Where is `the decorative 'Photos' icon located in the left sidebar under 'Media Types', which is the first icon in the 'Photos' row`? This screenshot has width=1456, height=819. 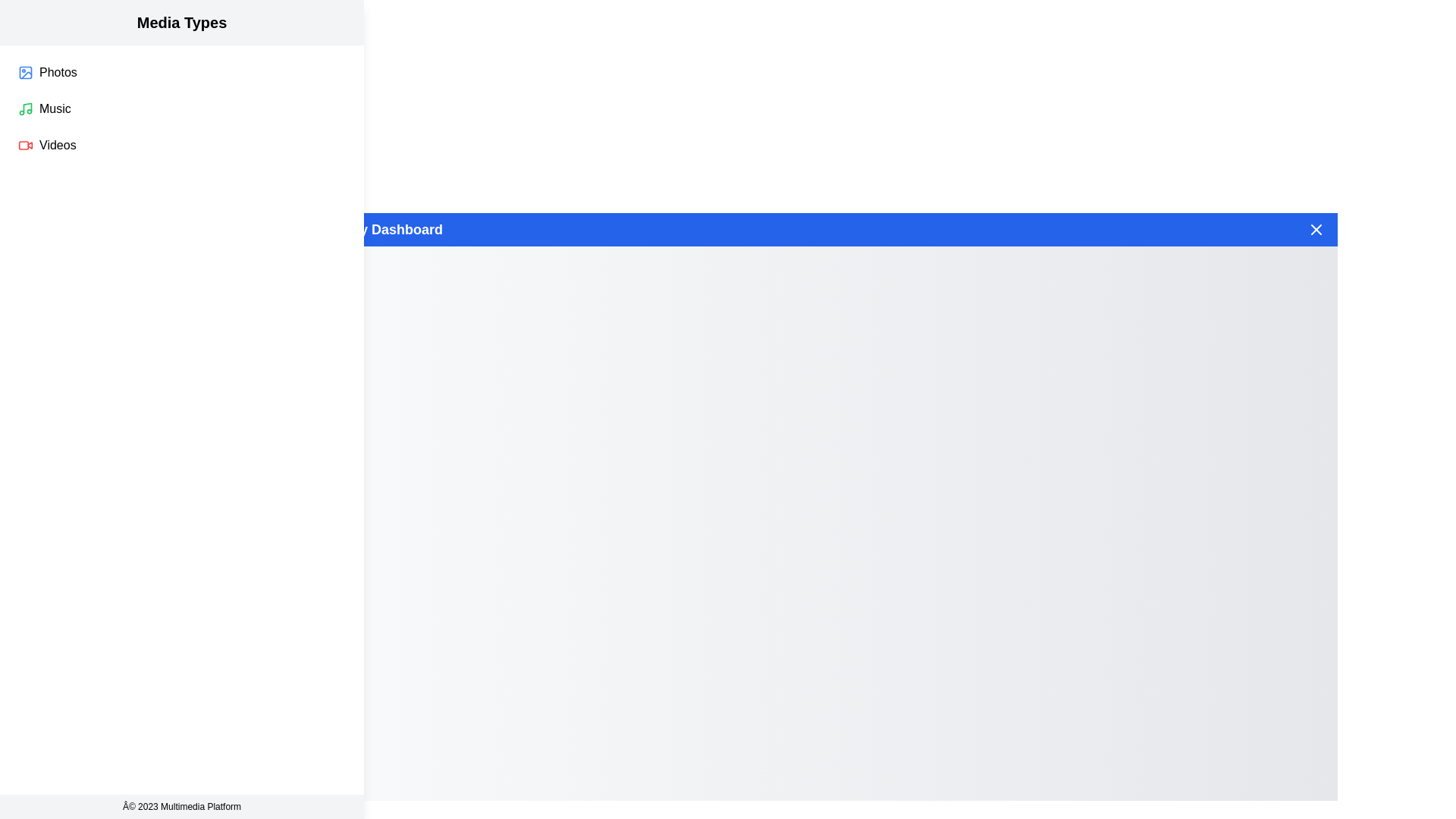
the decorative 'Photos' icon located in the left sidebar under 'Media Types', which is the first icon in the 'Photos' row is located at coordinates (25, 73).